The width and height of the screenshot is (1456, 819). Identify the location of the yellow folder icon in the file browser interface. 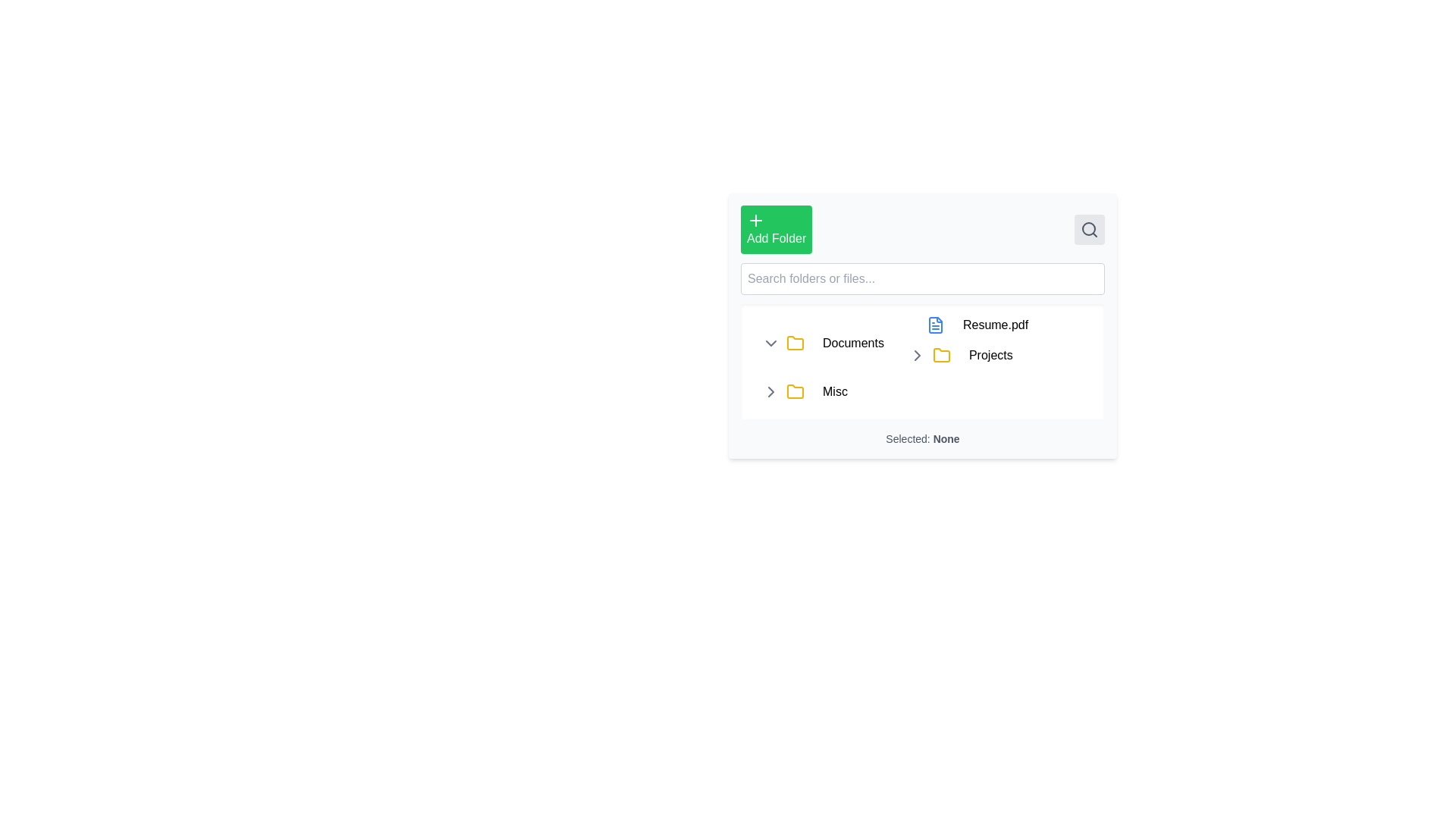
(795, 343).